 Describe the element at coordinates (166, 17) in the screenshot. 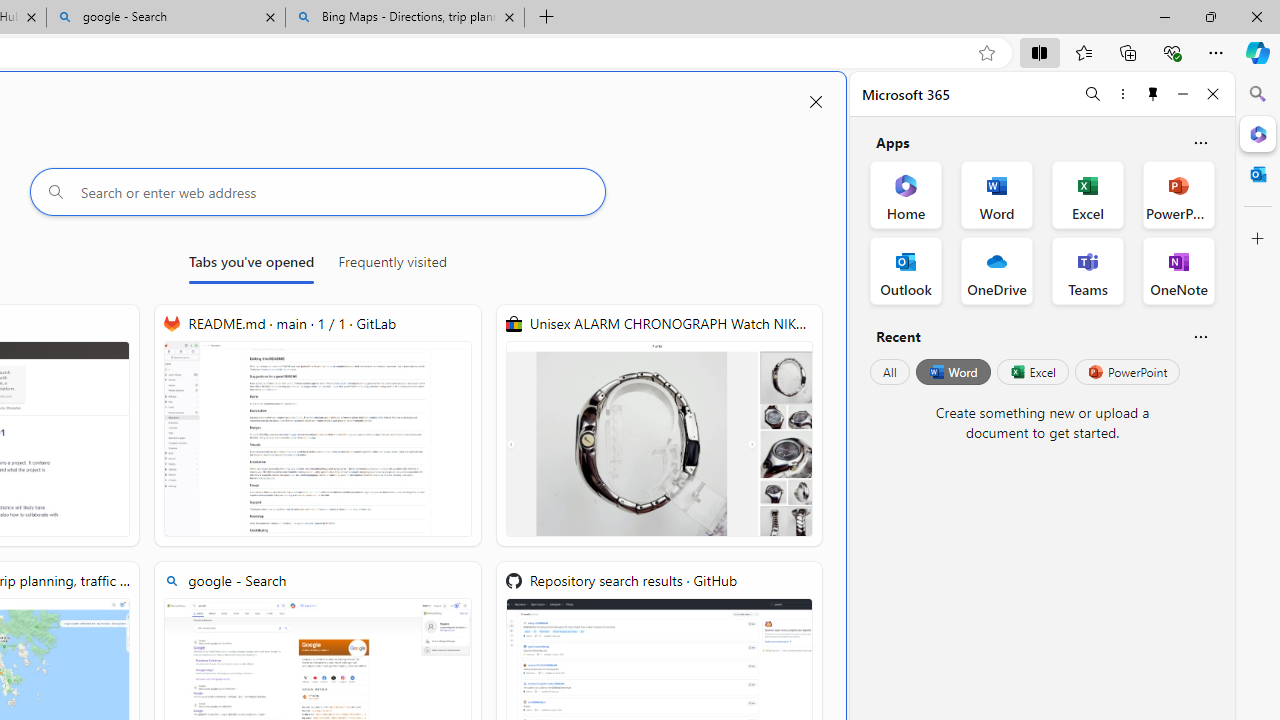

I see `'google - Search'` at that location.